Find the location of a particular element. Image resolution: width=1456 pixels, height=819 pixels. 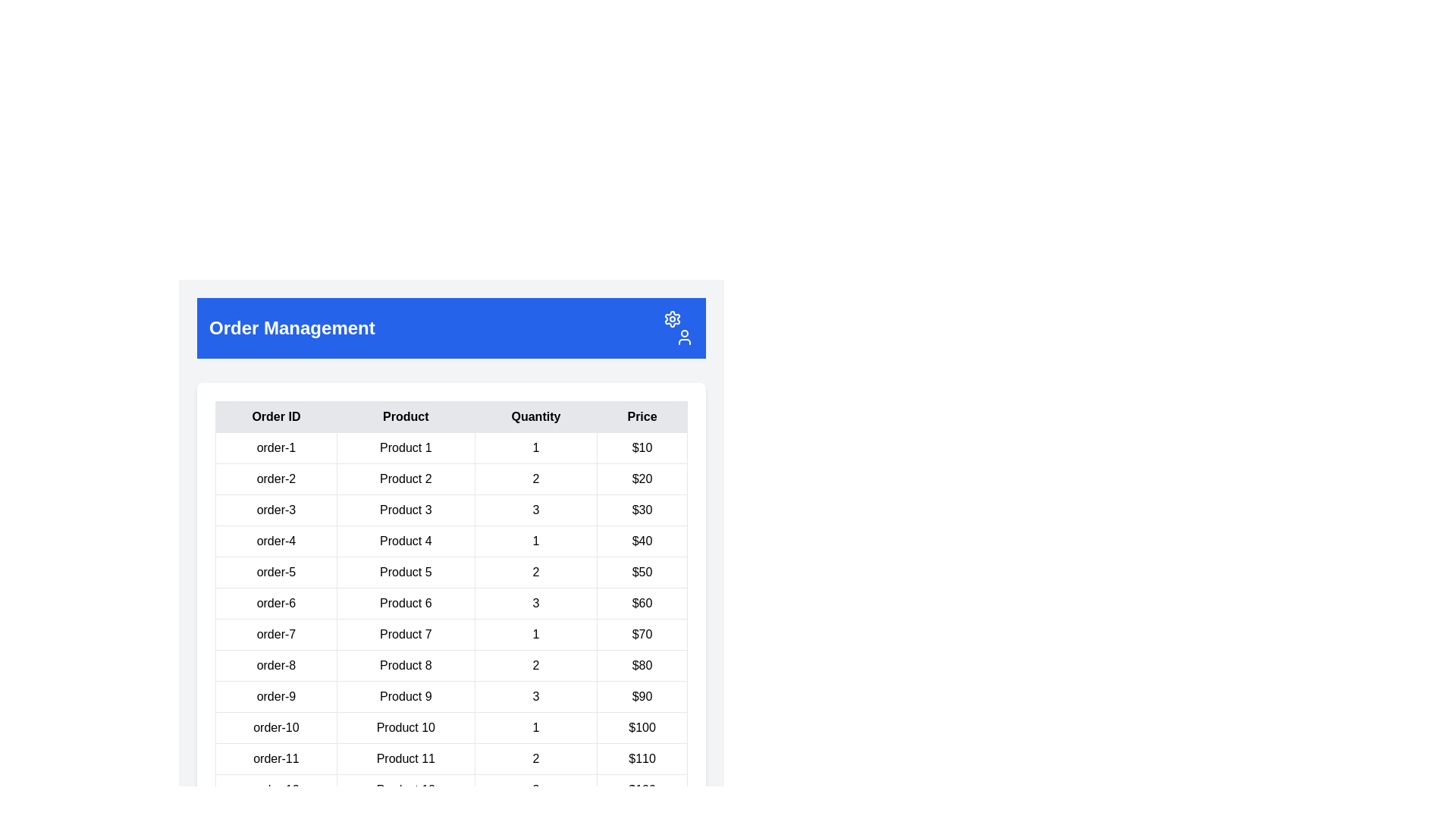

the cogwheel icon button, which is the first in a horizontal group of icons located in the top-right corner of the blue header area is located at coordinates (672, 318).